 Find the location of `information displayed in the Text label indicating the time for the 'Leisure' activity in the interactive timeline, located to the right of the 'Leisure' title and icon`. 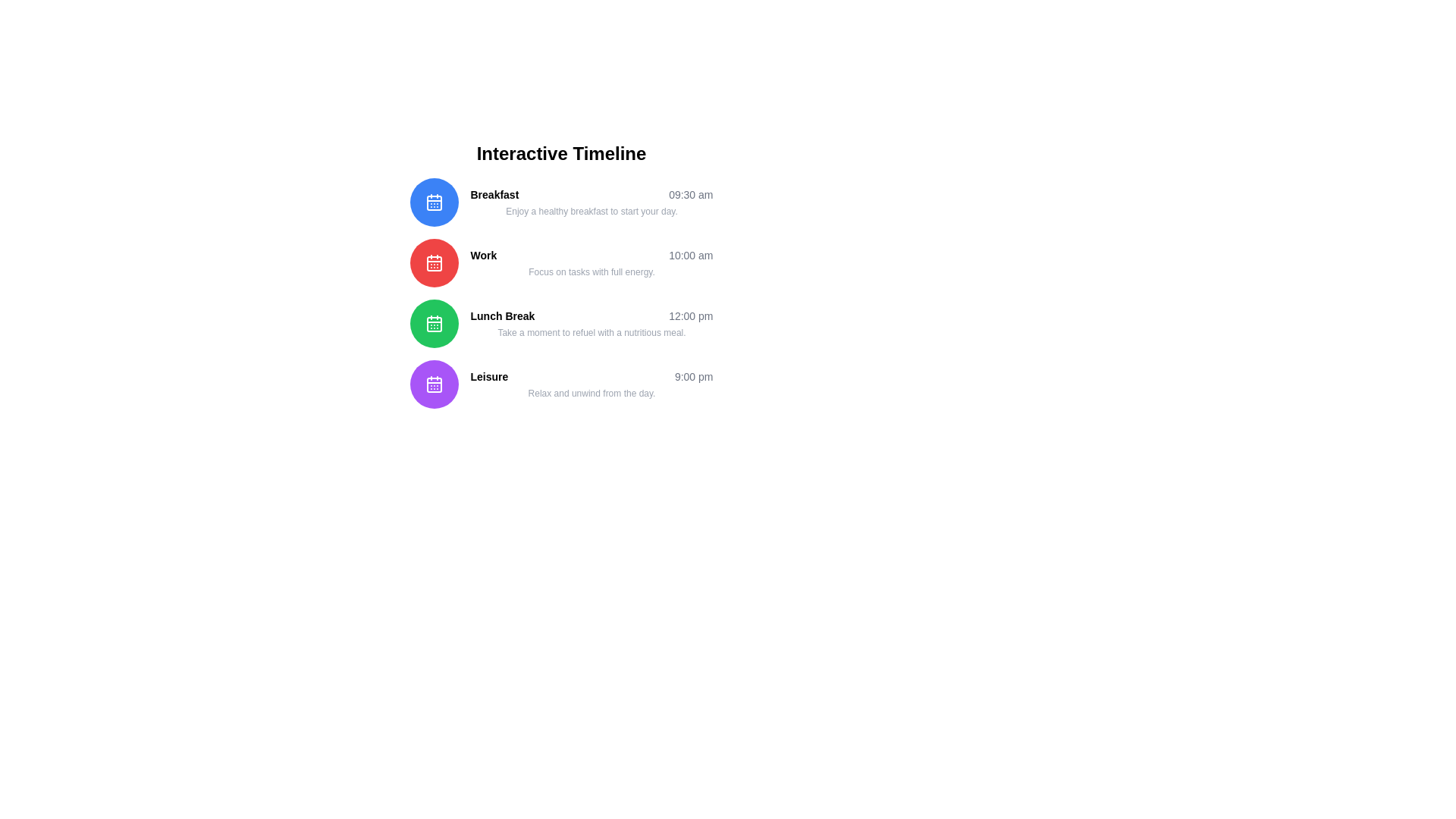

information displayed in the Text label indicating the time for the 'Leisure' activity in the interactive timeline, located to the right of the 'Leisure' title and icon is located at coordinates (693, 376).